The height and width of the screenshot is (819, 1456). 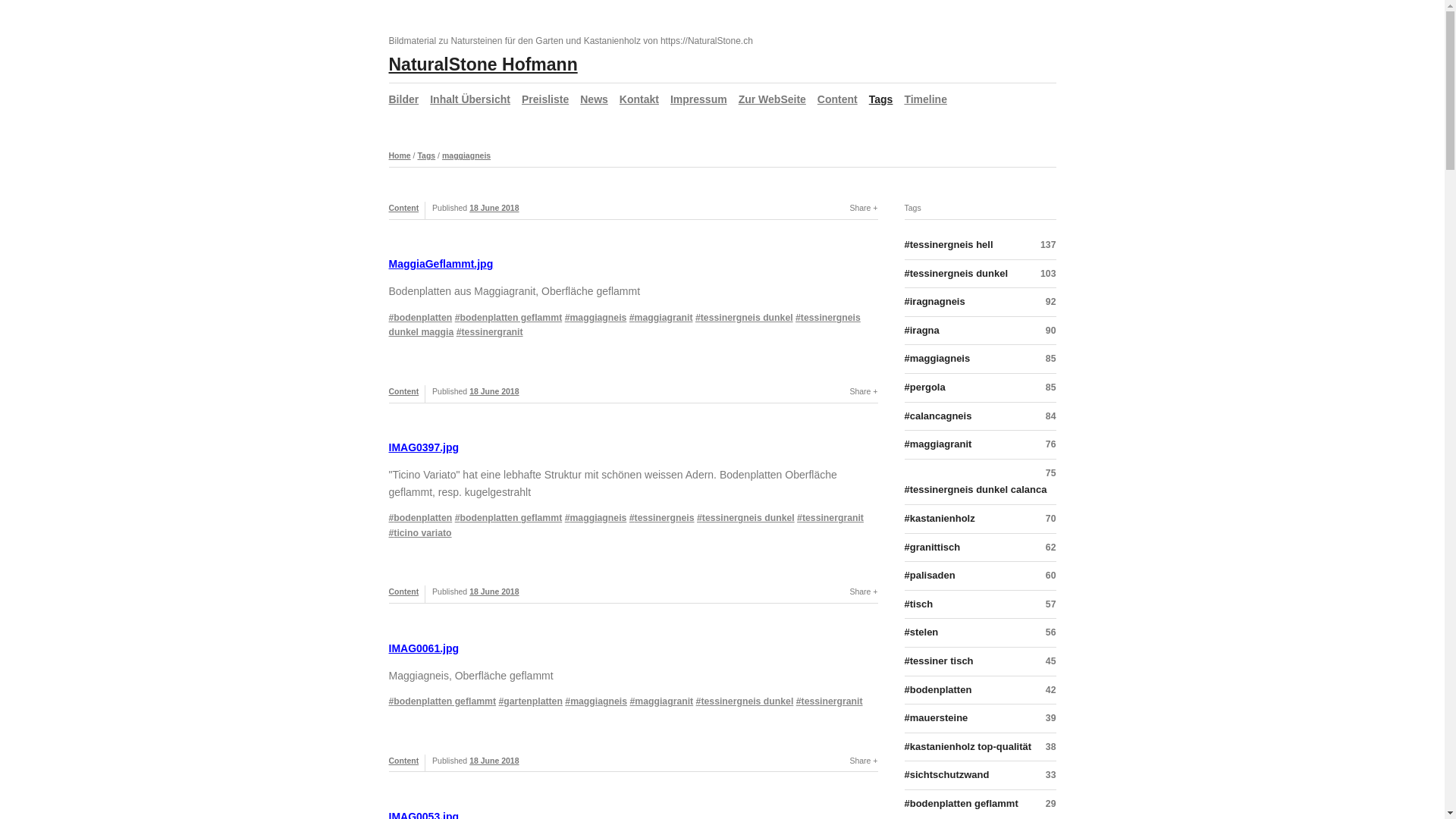 I want to click on 'Impressum', so click(x=698, y=99).